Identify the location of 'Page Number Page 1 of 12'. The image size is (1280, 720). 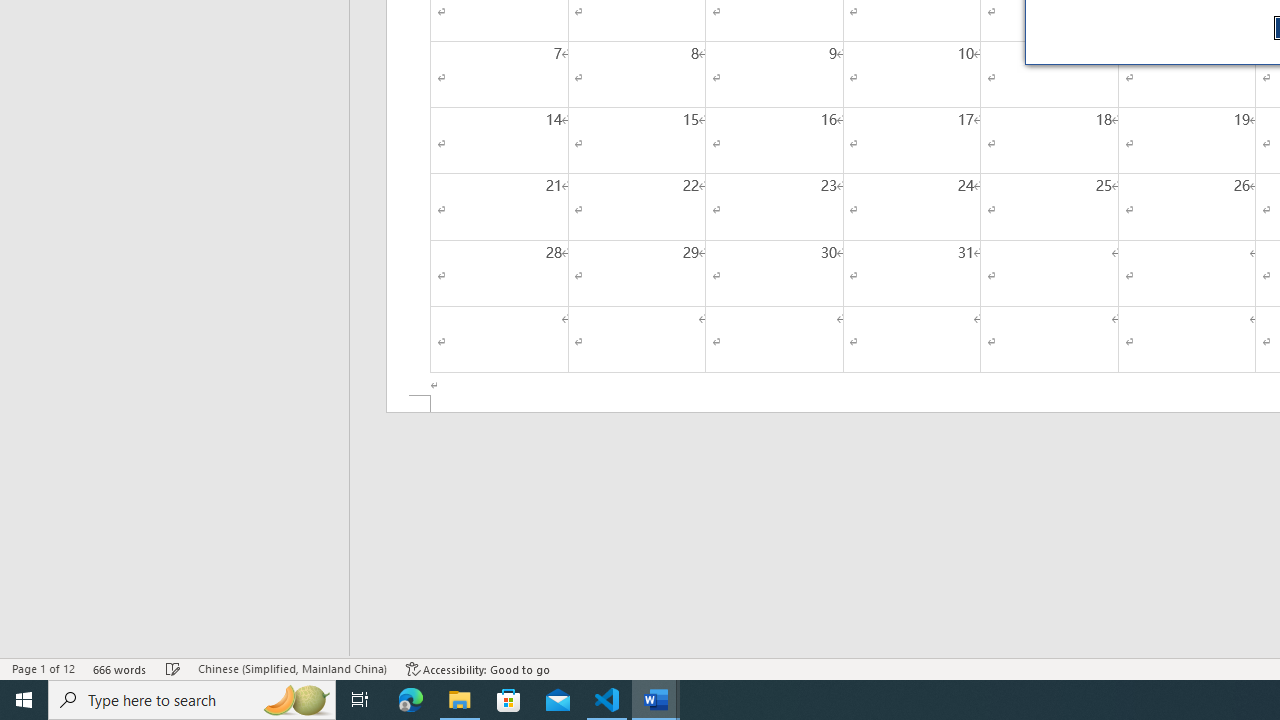
(43, 669).